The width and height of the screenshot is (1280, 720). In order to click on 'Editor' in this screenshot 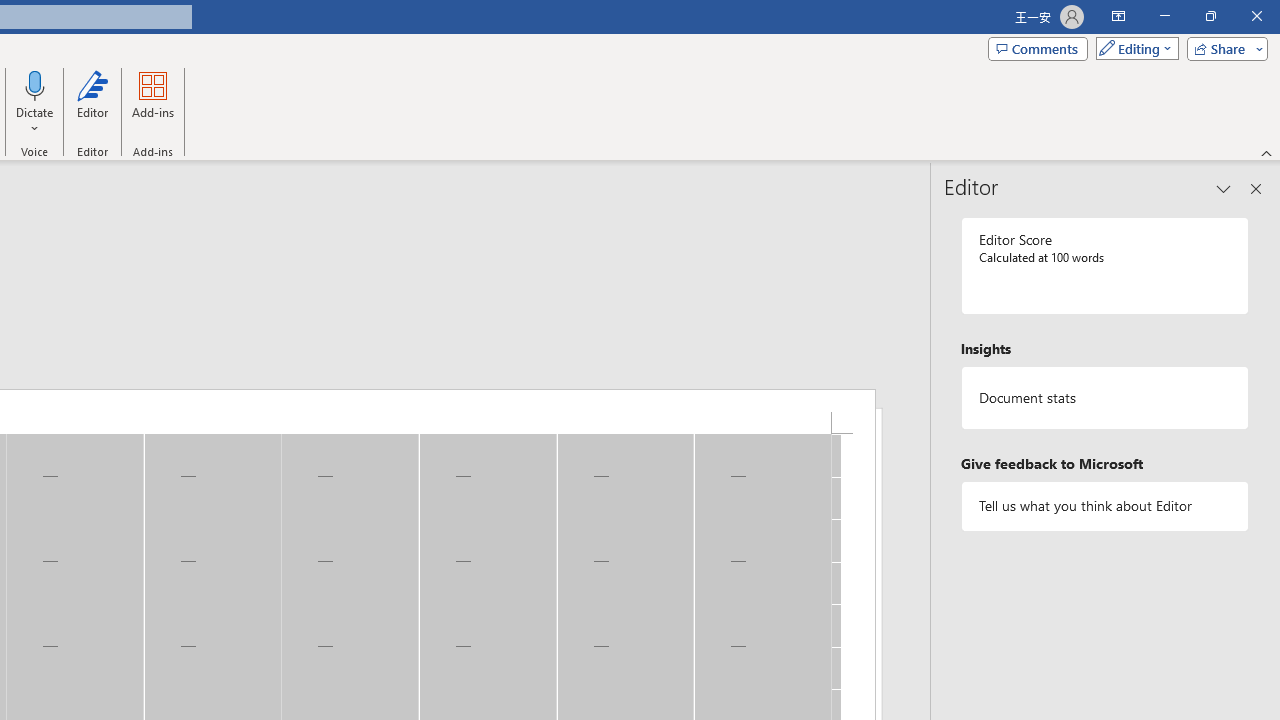, I will do `click(91, 103)`.